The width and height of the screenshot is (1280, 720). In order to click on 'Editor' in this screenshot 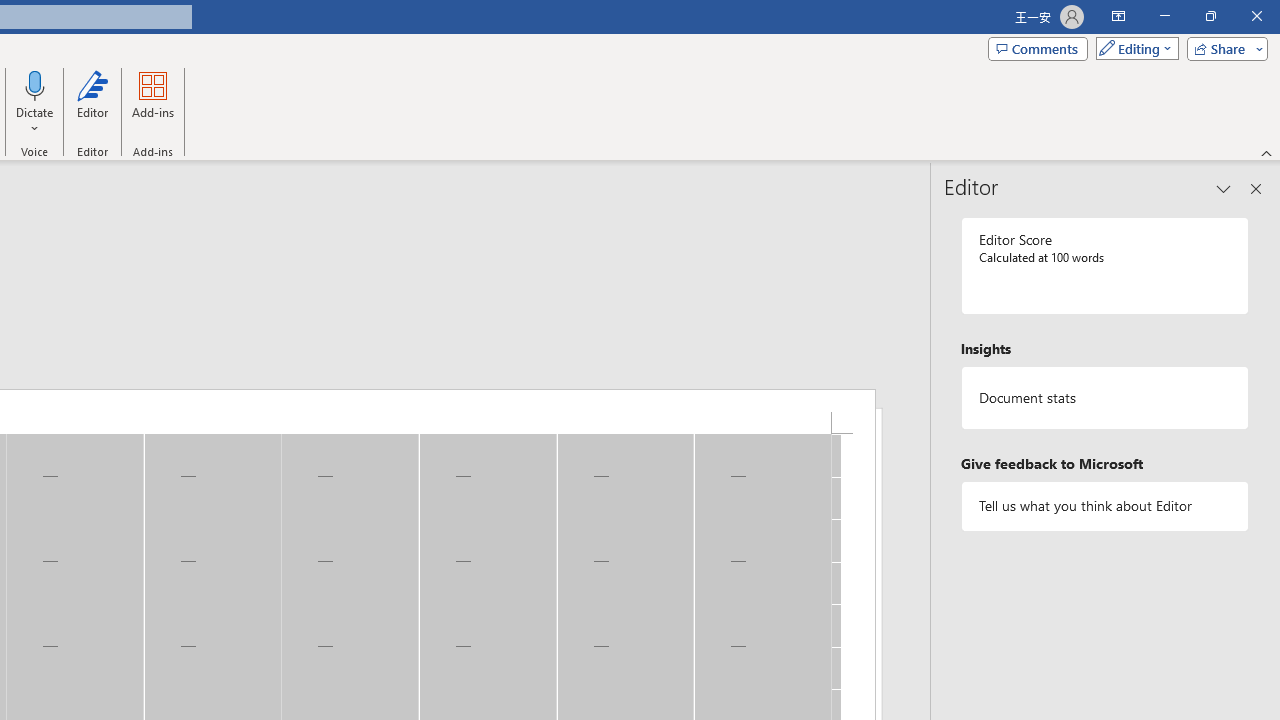, I will do `click(91, 103)`.